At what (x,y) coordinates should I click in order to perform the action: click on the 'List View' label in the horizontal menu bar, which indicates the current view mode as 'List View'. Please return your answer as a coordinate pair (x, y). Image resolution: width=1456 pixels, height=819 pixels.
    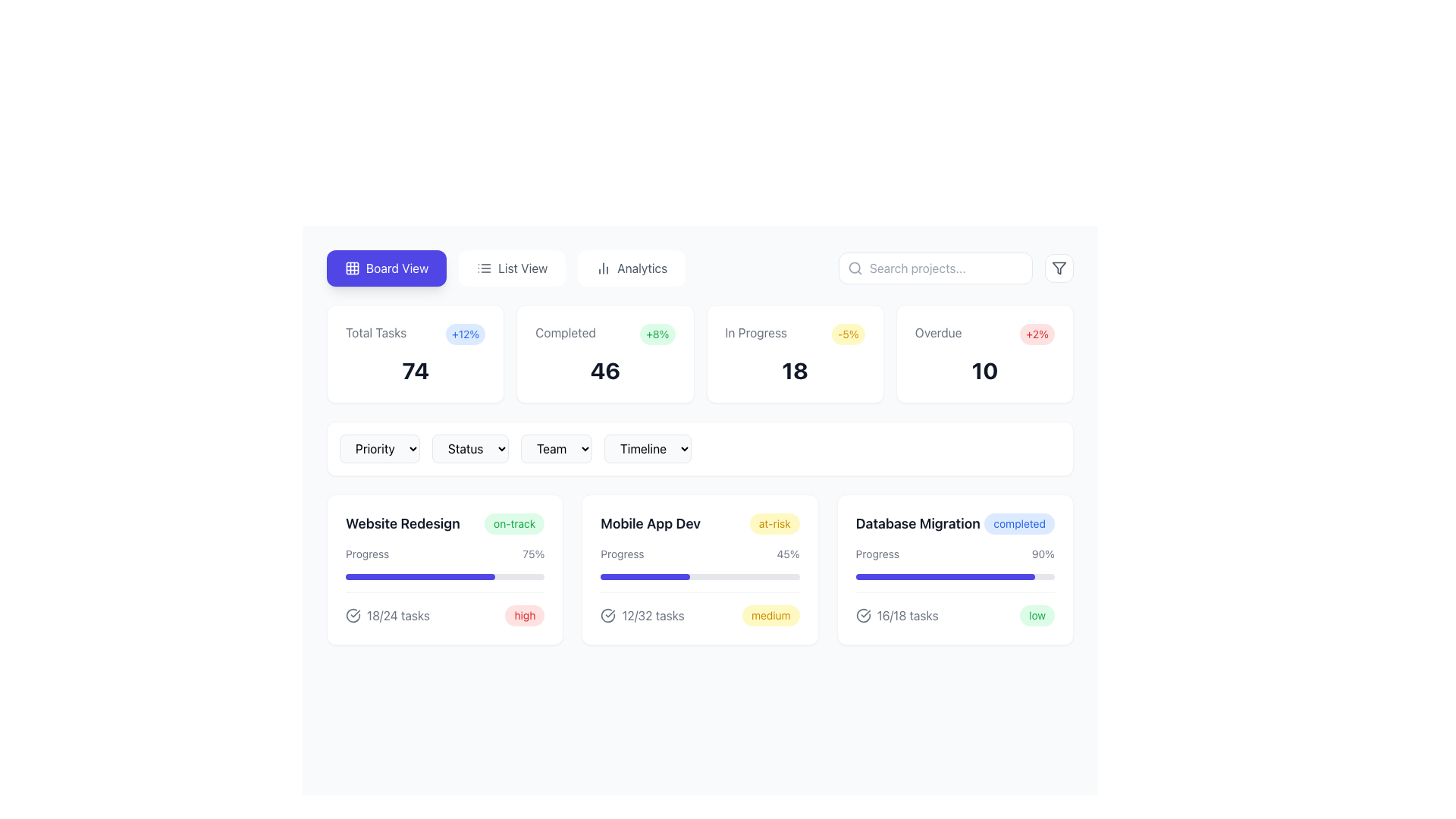
    Looking at the image, I should click on (522, 268).